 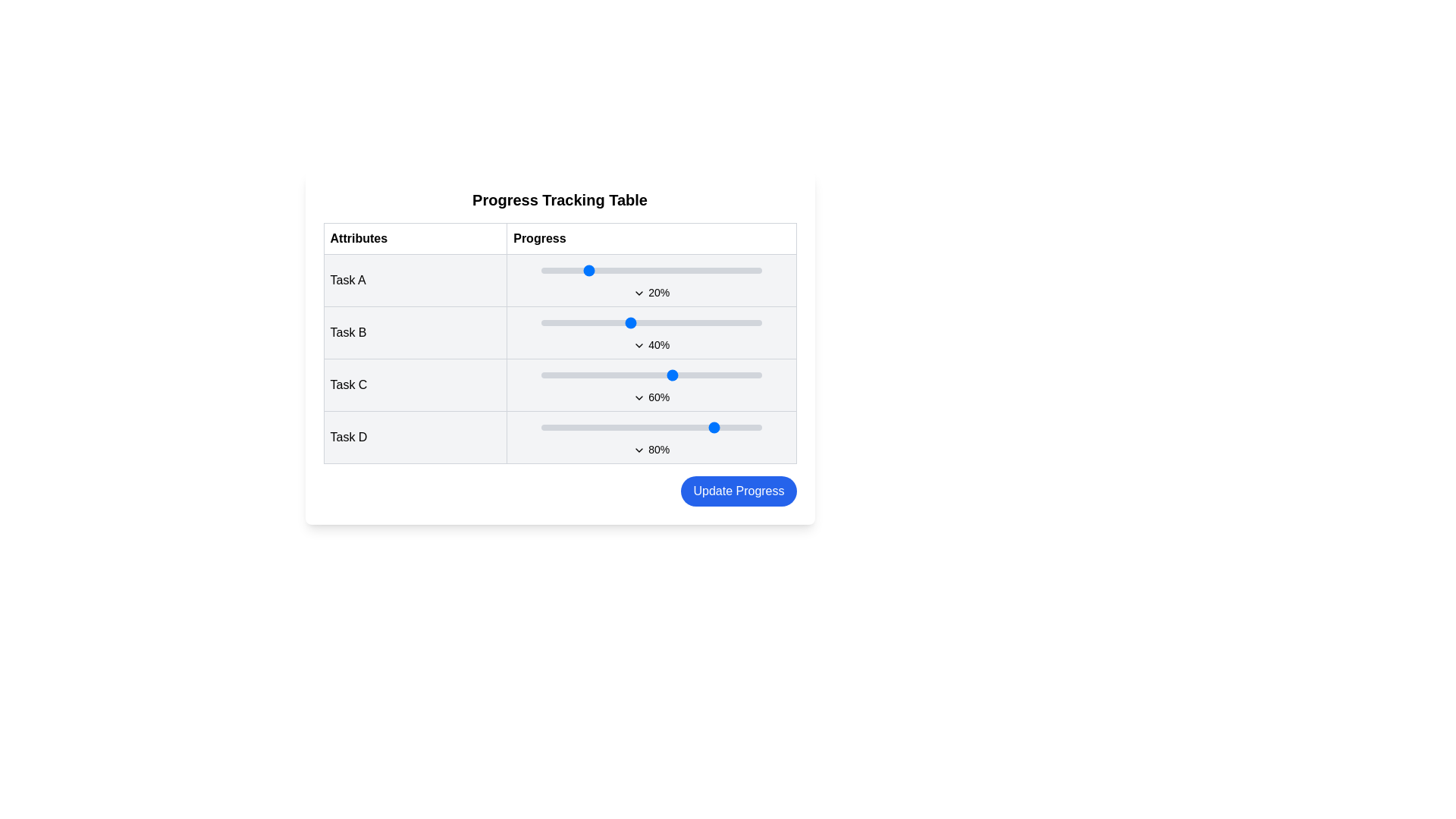 I want to click on progress, so click(x=683, y=322).